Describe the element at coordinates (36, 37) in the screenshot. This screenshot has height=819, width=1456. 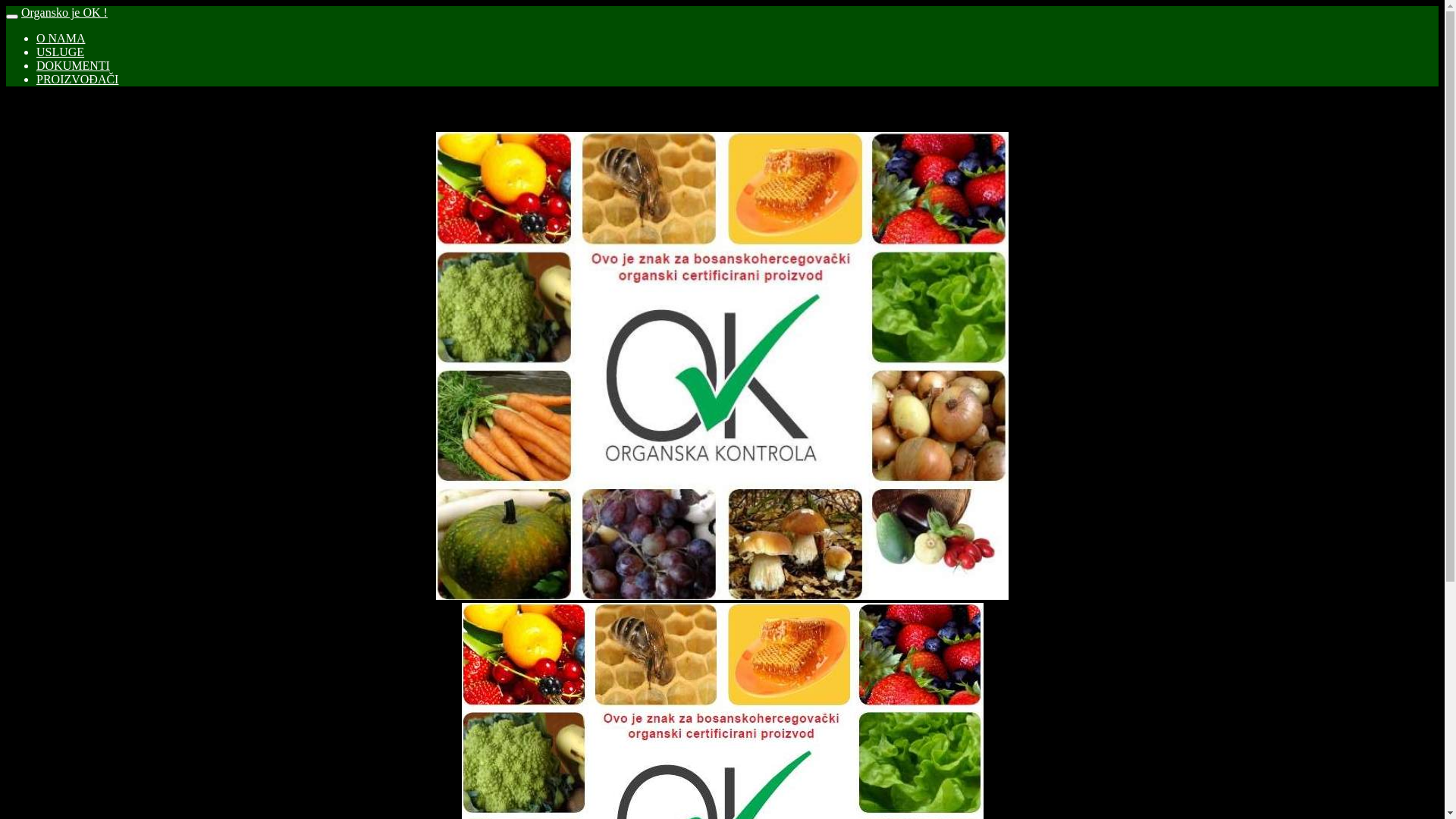
I see `'O NAMA'` at that location.